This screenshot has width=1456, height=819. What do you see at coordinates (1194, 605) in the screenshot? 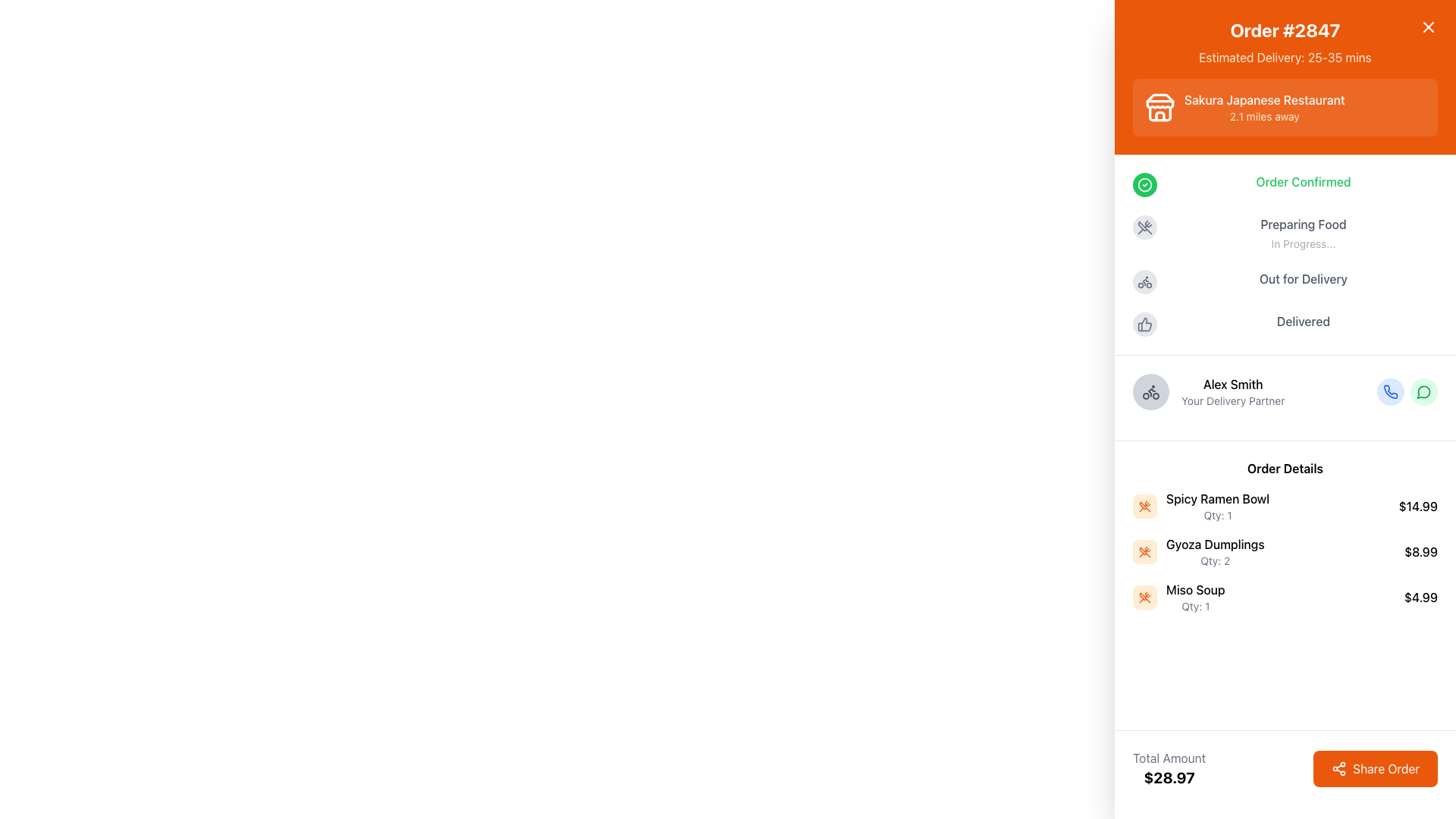
I see `the static text label displaying 'Qty: 1' located underneath the 'Miso Soup' item in the 'Order Details' list` at bounding box center [1194, 605].